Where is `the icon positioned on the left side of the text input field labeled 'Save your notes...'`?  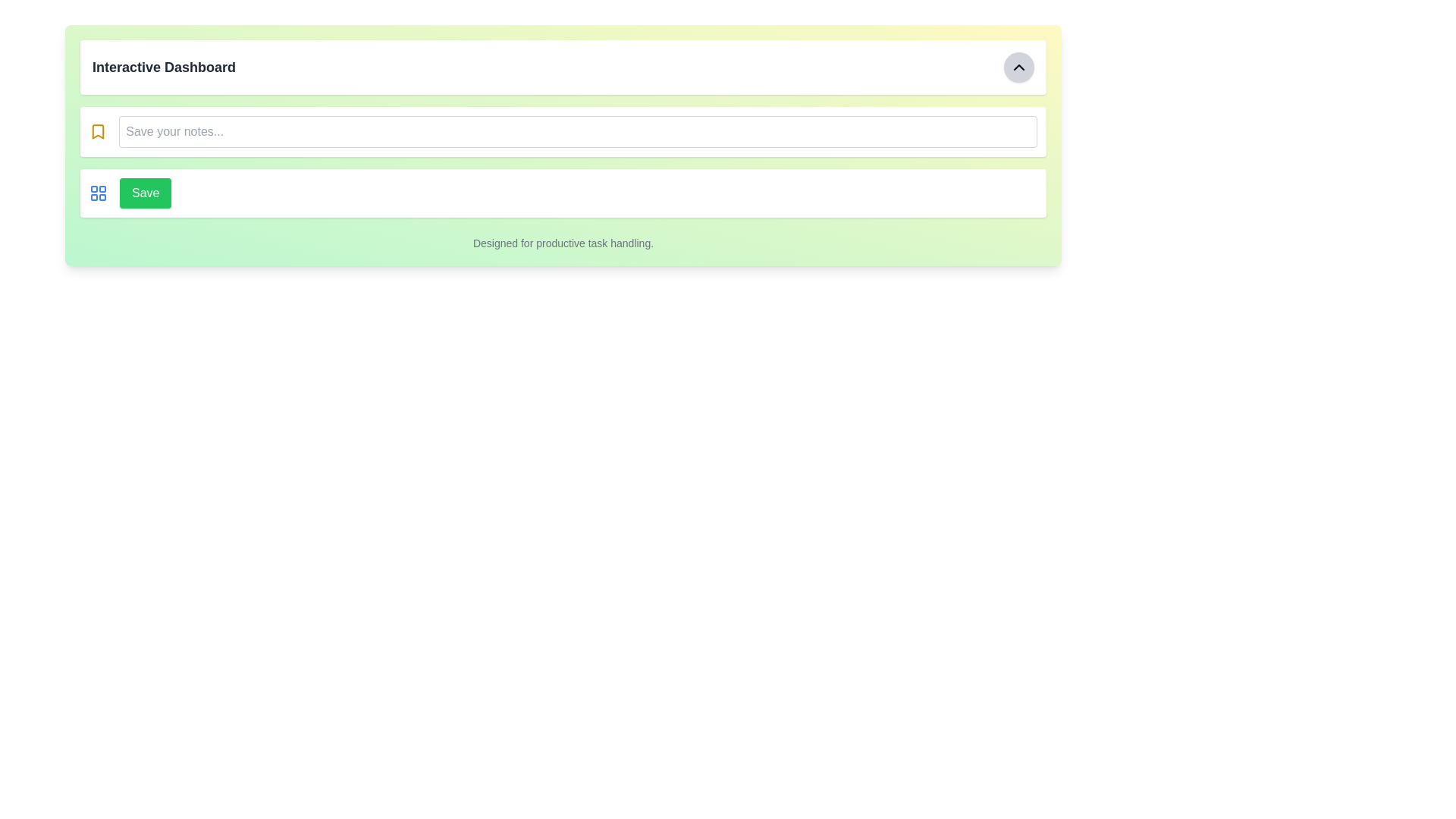 the icon positioned on the left side of the text input field labeled 'Save your notes...' is located at coordinates (97, 130).